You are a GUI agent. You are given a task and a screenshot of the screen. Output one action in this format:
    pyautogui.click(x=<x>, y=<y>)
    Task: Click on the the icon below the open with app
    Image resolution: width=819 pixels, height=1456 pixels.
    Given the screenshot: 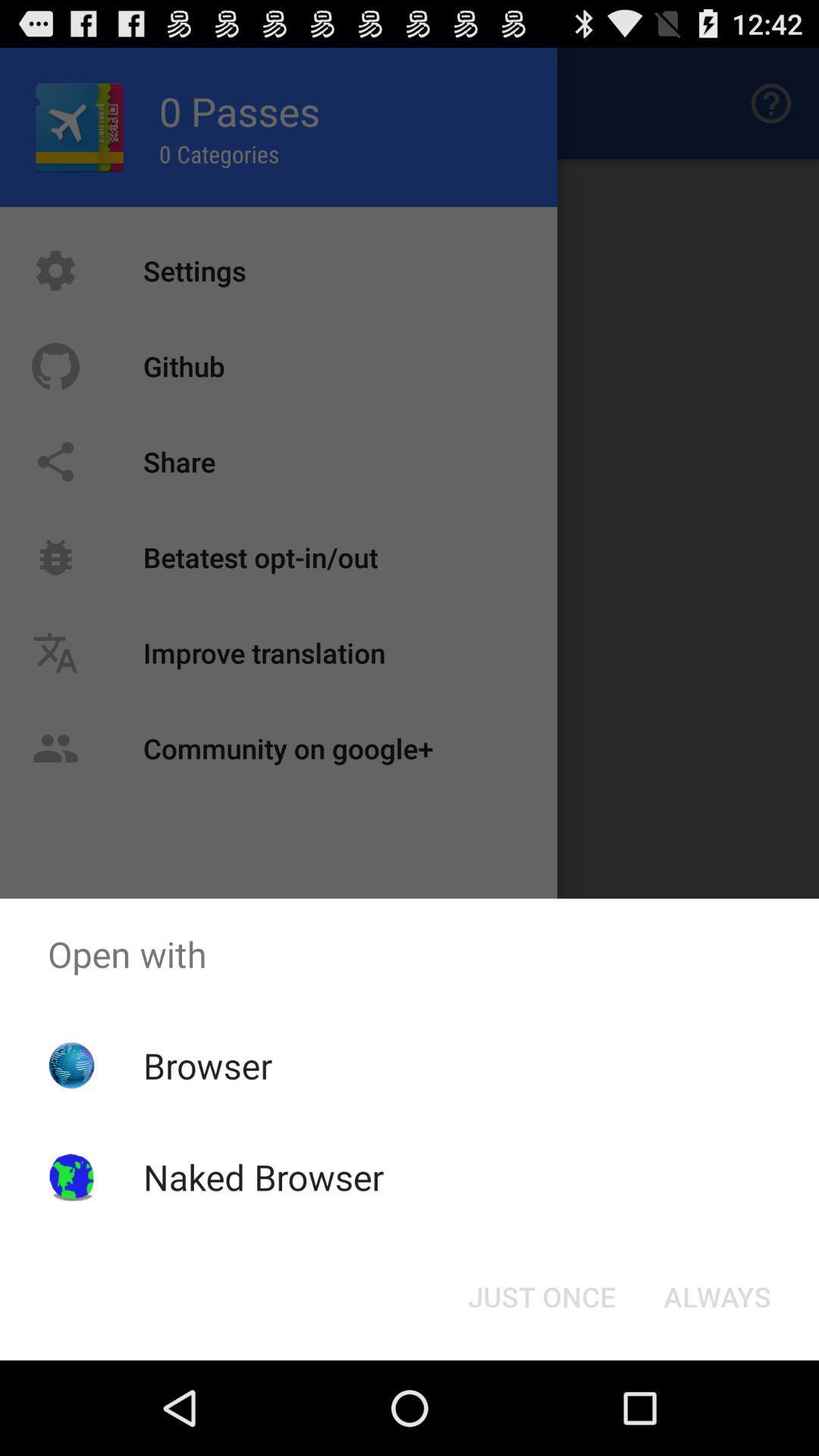 What is the action you would take?
    pyautogui.click(x=717, y=1295)
    